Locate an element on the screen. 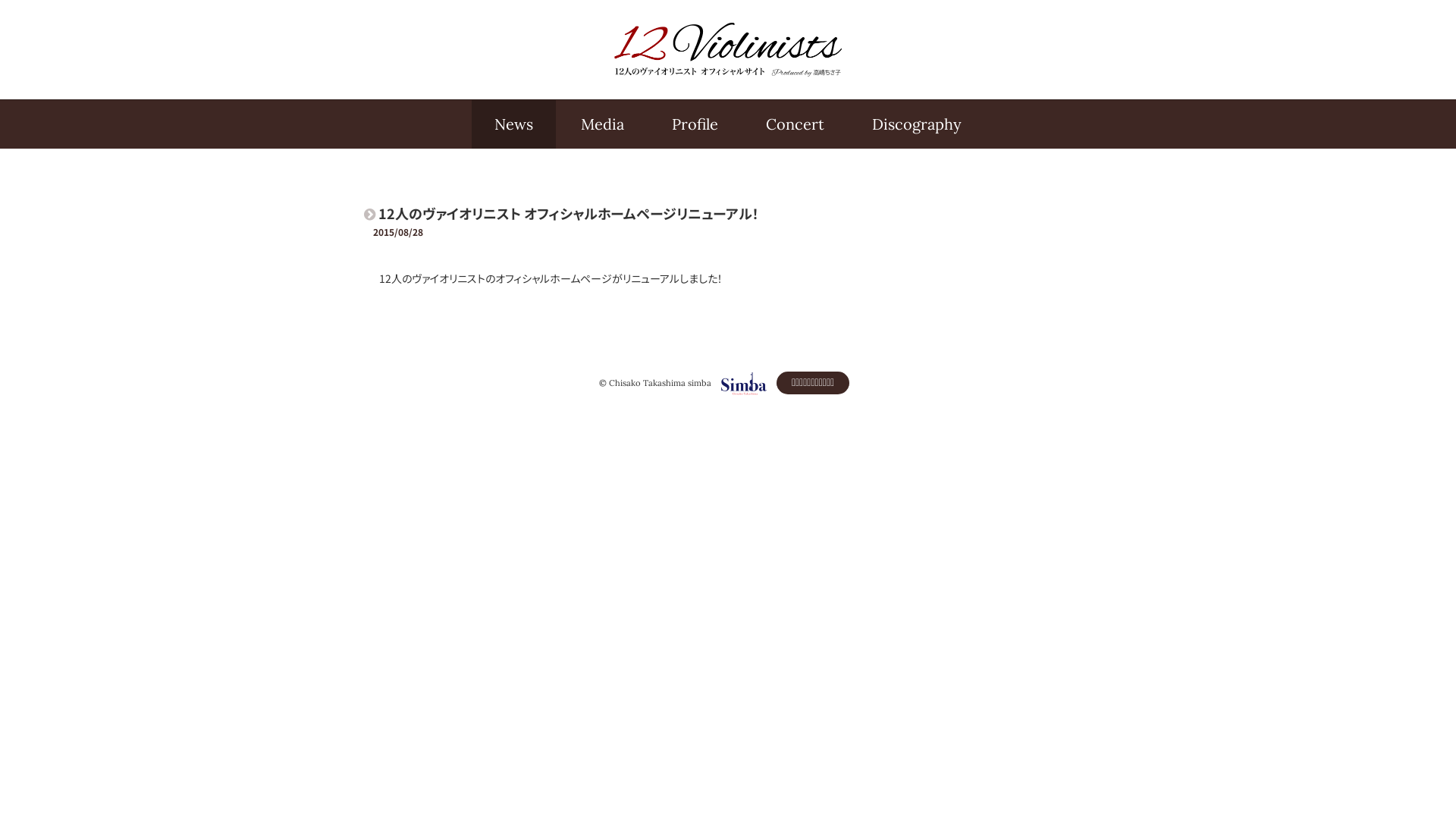 This screenshot has width=1456, height=819. 'News' is located at coordinates (513, 124).